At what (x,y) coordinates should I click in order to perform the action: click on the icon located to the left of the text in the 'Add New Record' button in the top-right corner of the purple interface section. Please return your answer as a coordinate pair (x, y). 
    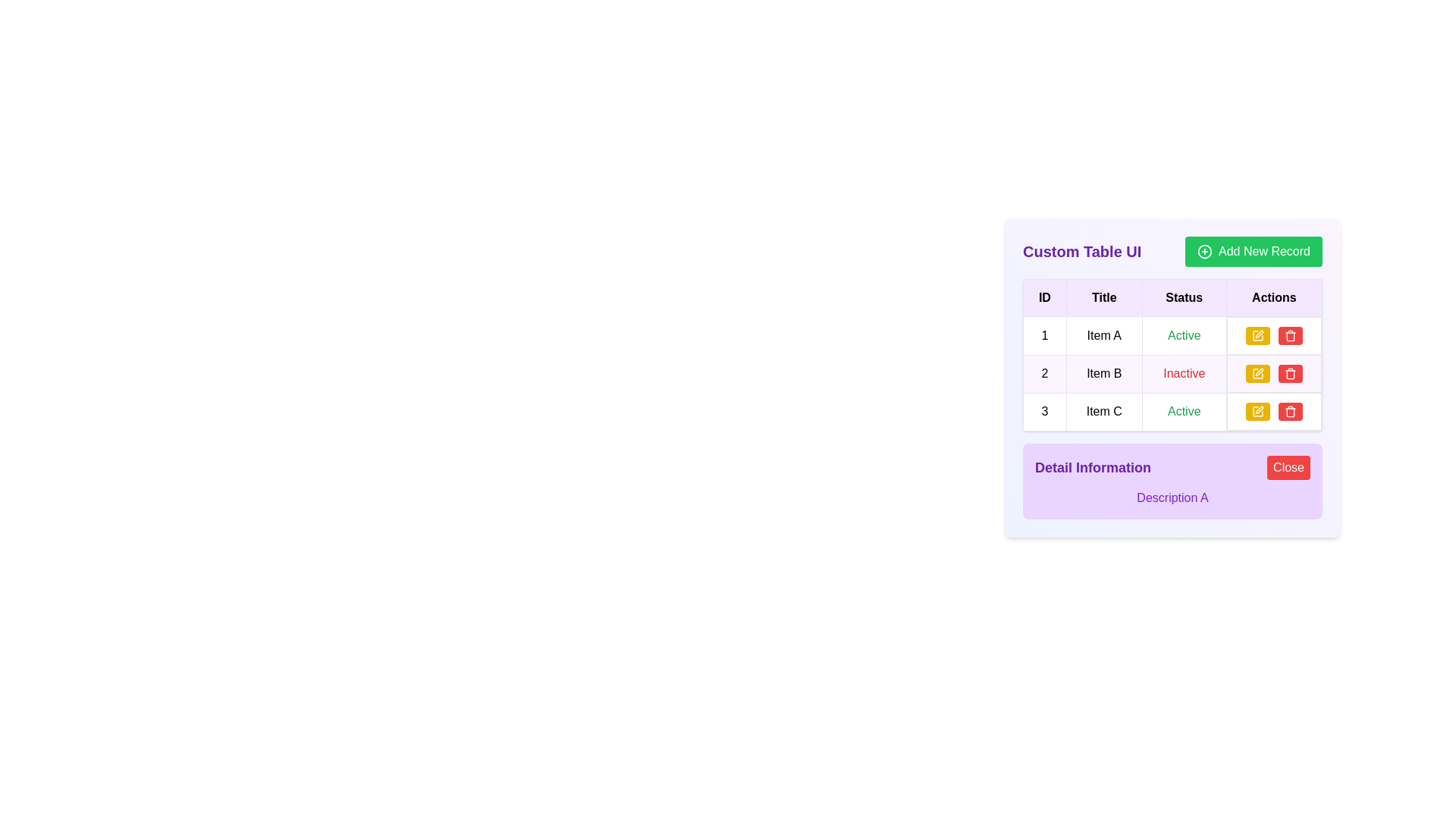
    Looking at the image, I should click on (1203, 250).